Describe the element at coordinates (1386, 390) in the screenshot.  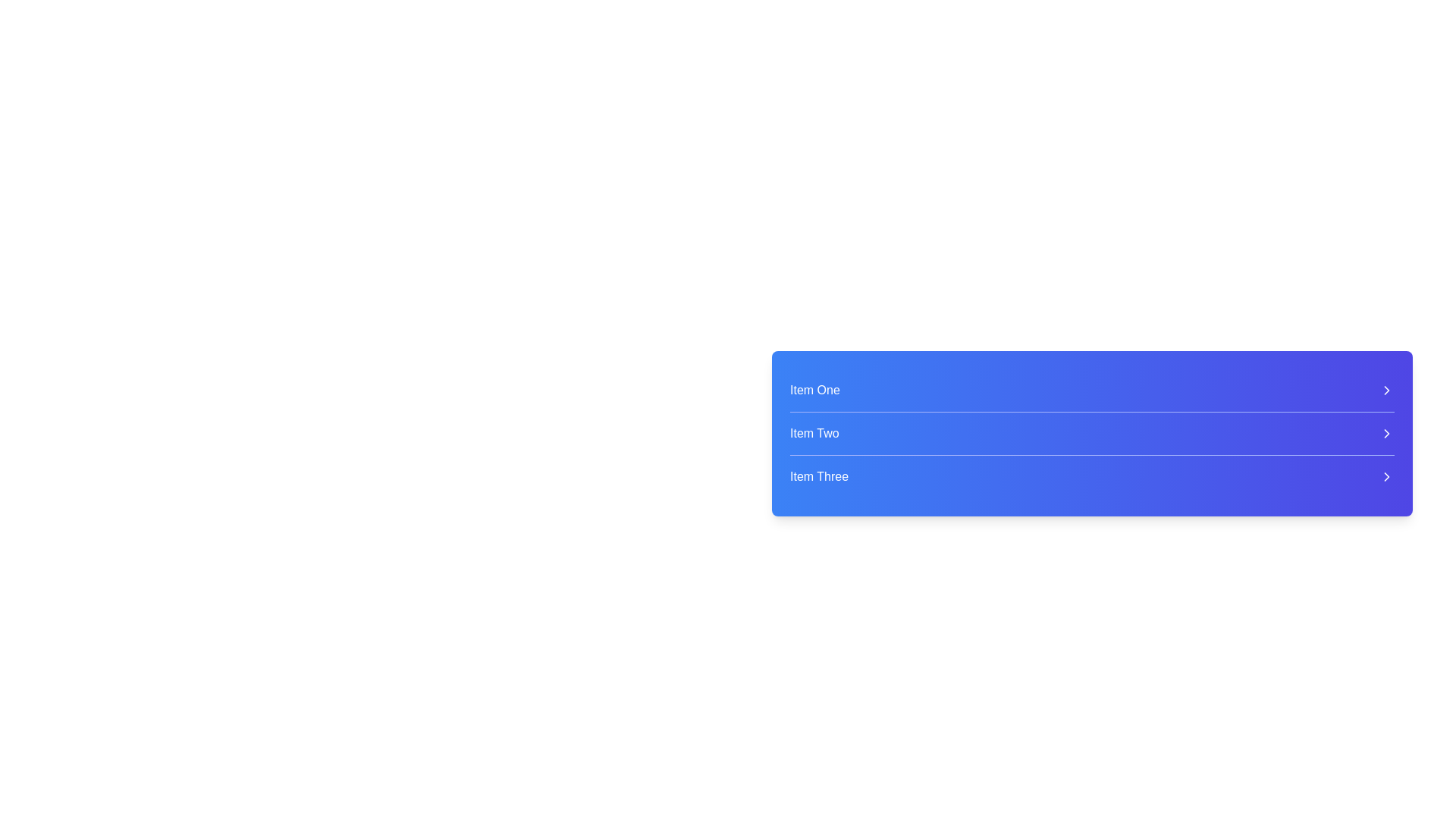
I see `the right-facing chevron icon styled in white, located on the right side of the list item labeled 'Item One'` at that location.